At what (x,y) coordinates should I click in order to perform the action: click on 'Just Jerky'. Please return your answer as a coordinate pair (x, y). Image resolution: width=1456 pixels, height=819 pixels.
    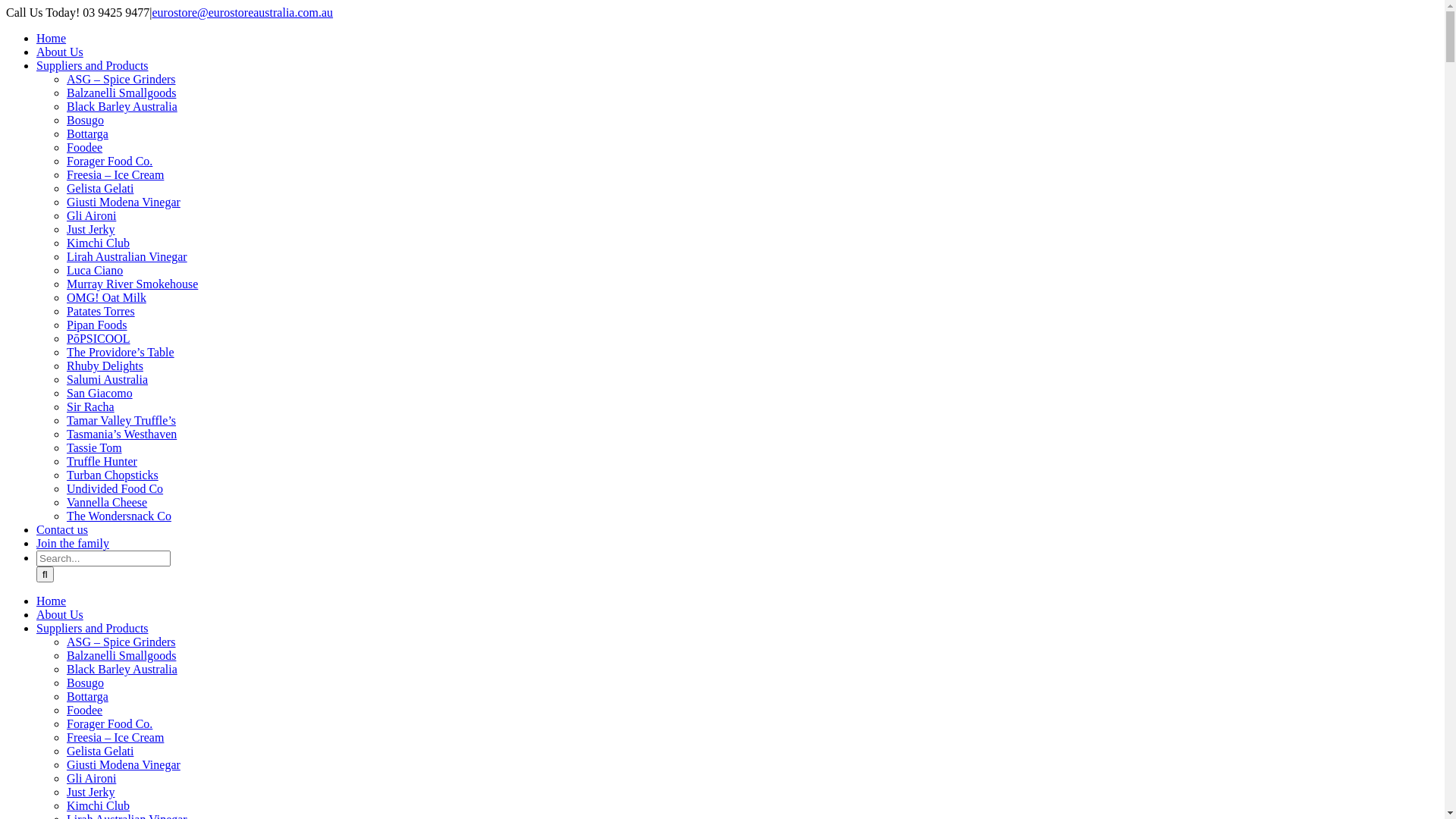
    Looking at the image, I should click on (90, 229).